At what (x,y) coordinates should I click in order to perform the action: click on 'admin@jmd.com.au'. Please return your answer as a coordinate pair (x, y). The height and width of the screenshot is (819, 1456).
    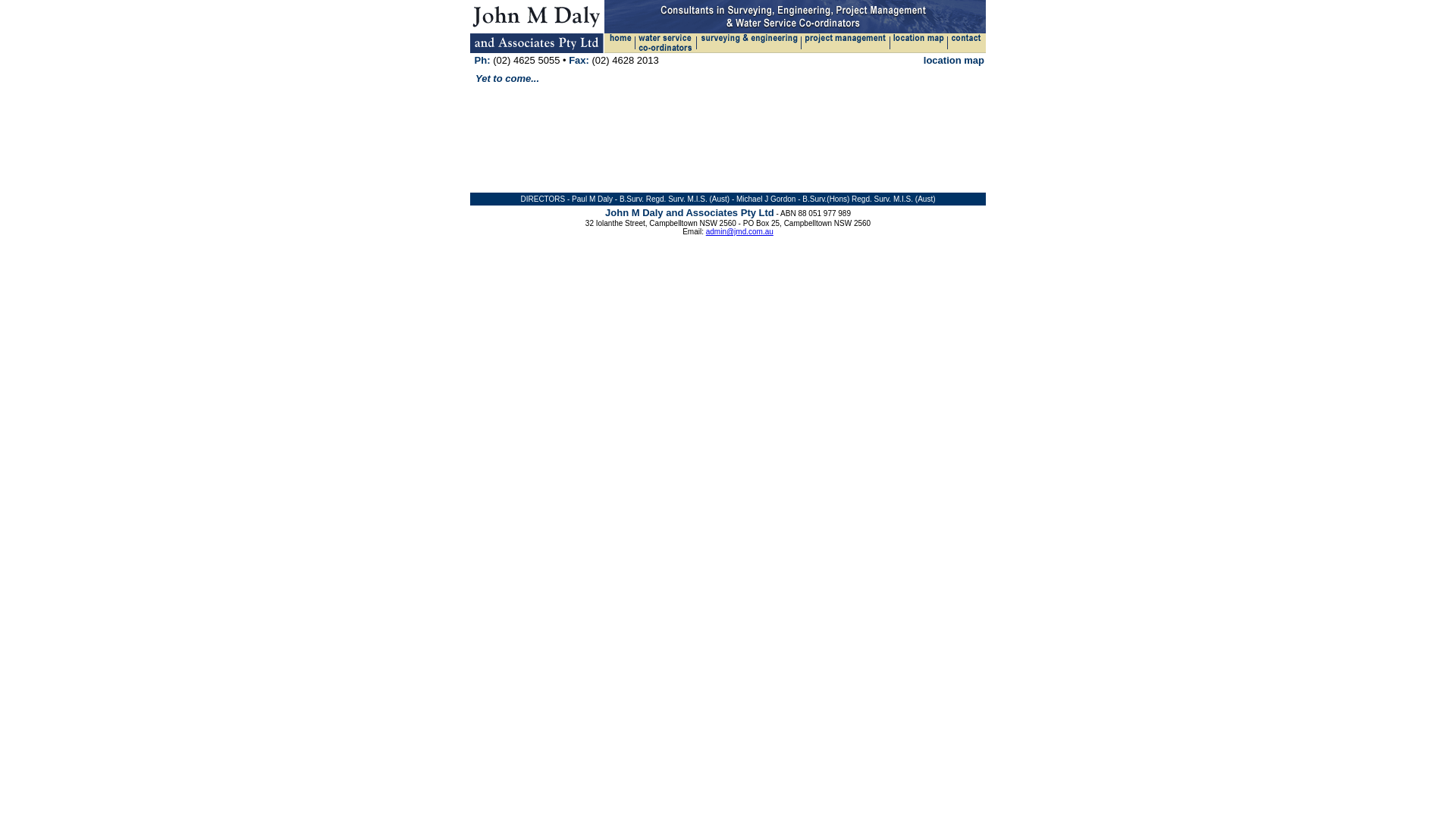
    Looking at the image, I should click on (739, 231).